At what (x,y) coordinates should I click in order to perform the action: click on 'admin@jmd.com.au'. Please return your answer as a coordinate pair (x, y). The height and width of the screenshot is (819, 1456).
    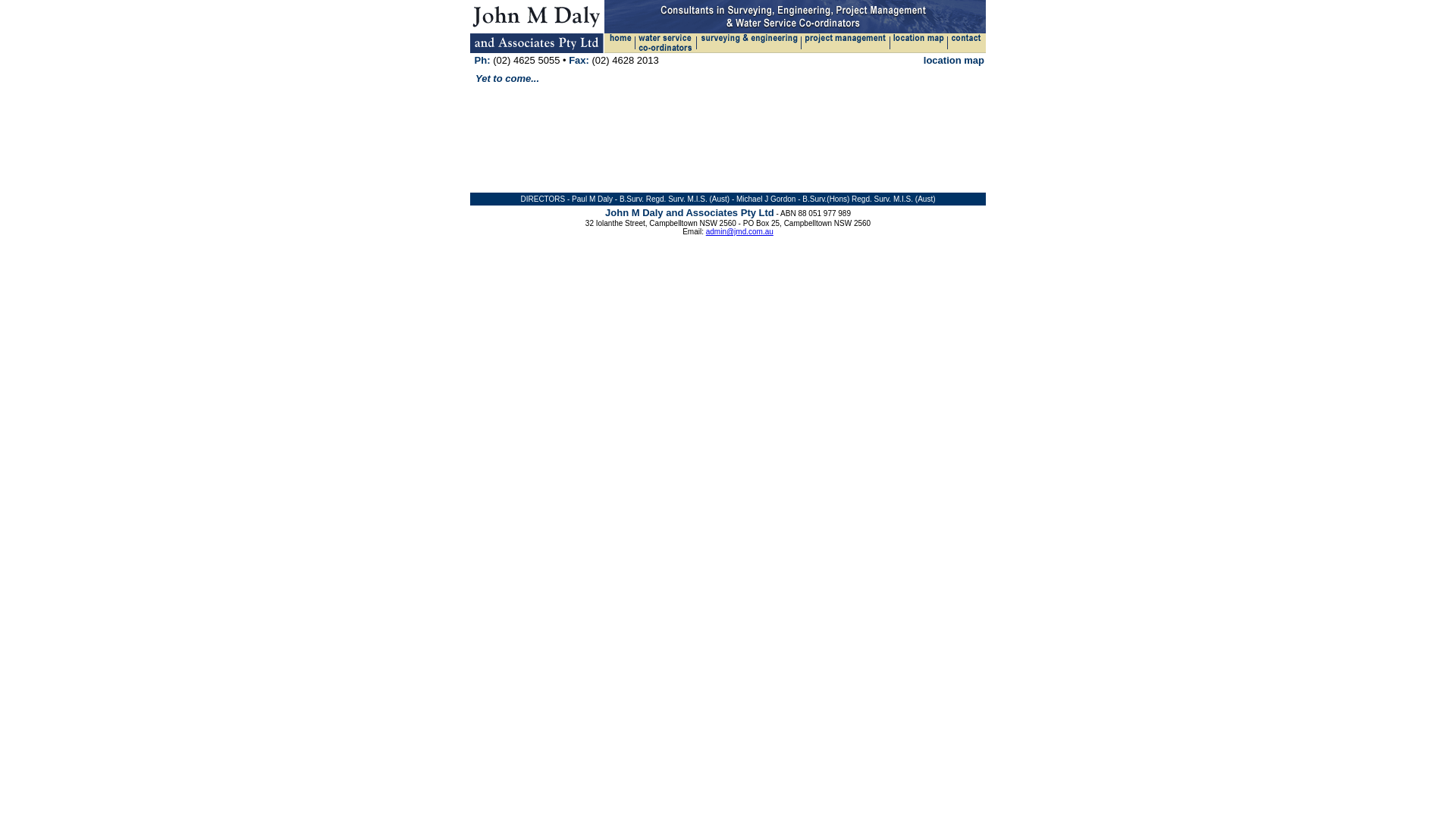
    Looking at the image, I should click on (739, 231).